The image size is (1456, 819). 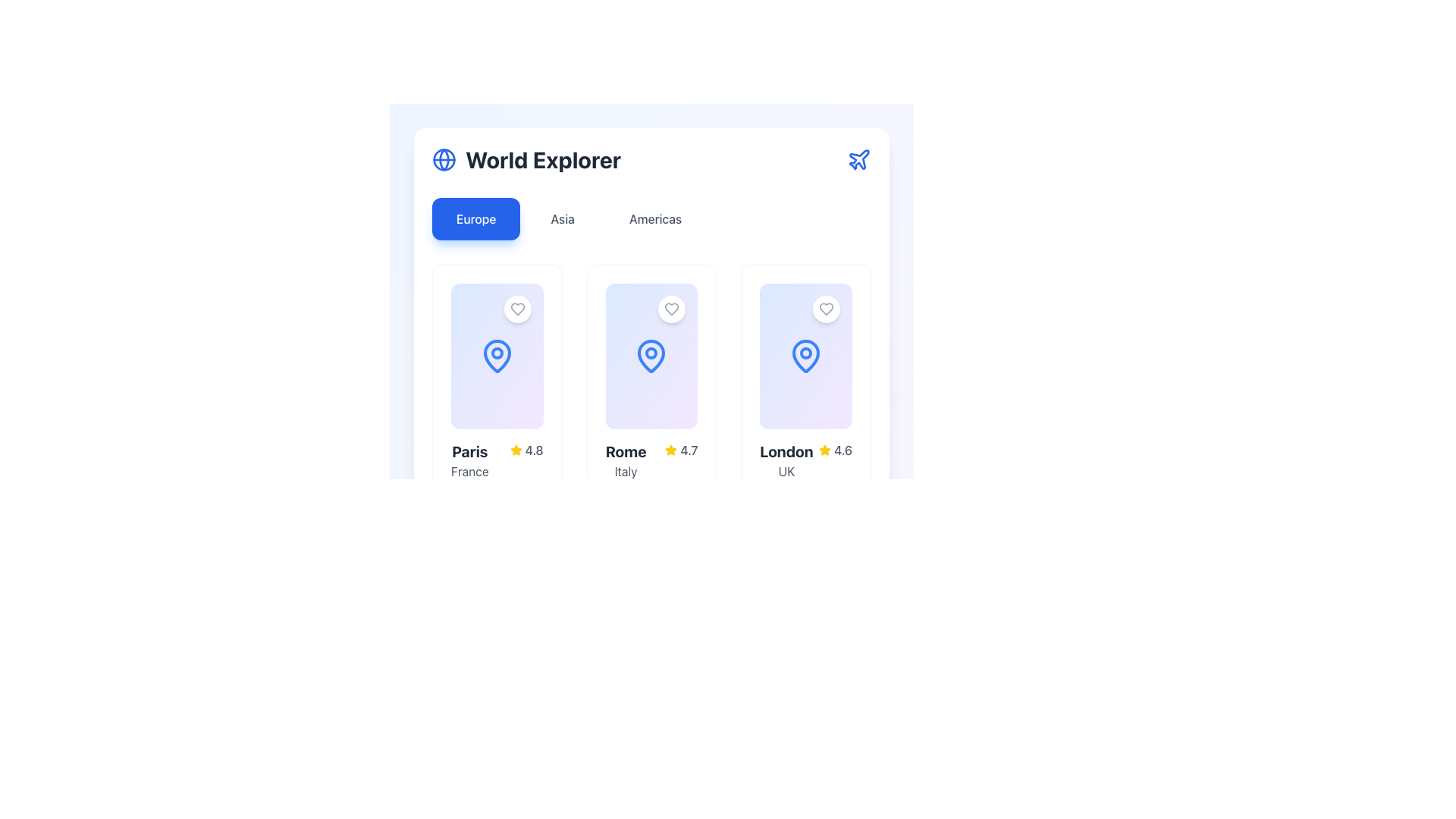 What do you see at coordinates (475, 219) in the screenshot?
I see `the leftmost button labeled 'Europe', which has a blue background and white bold text` at bounding box center [475, 219].